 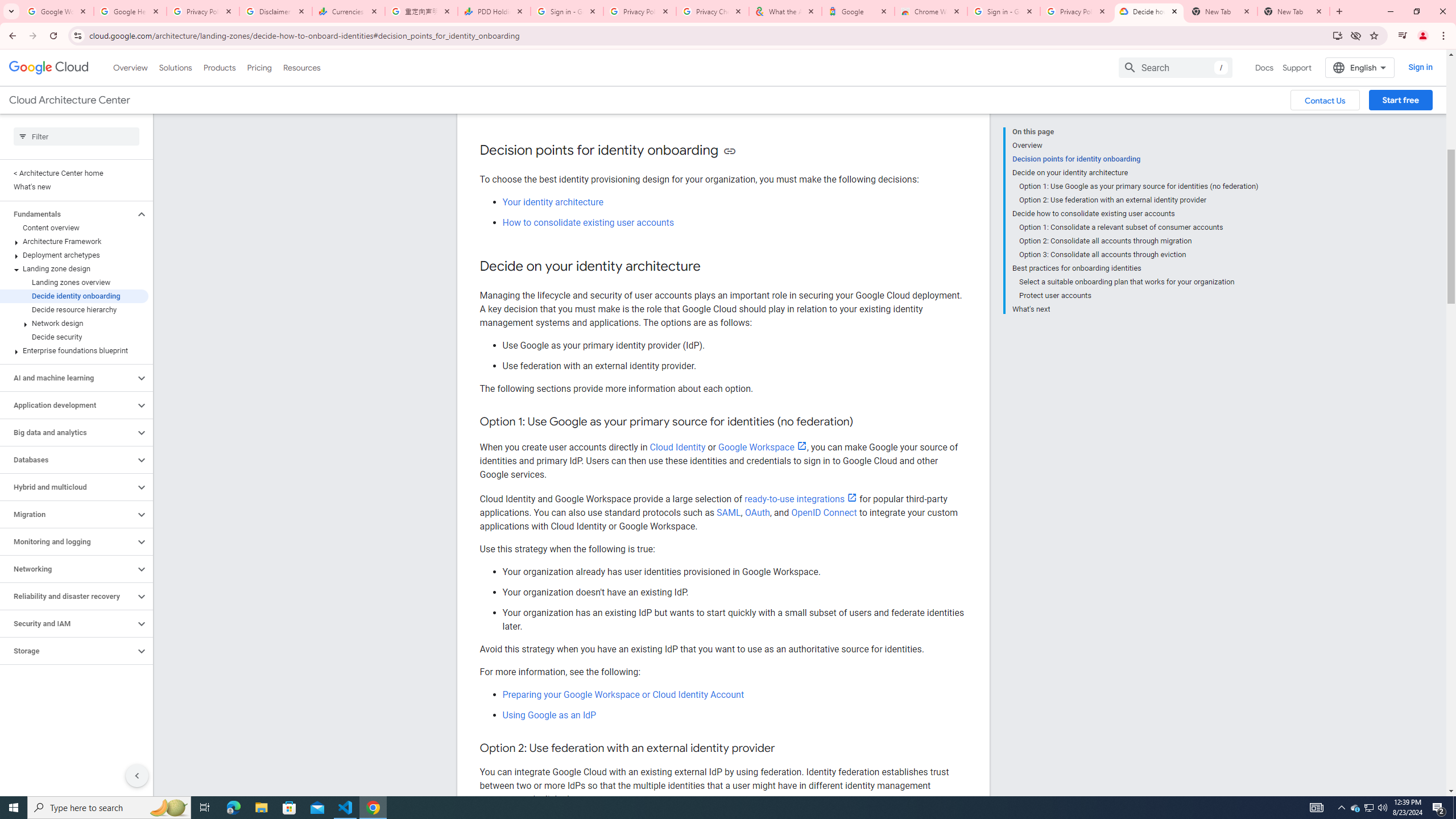 What do you see at coordinates (1138, 295) in the screenshot?
I see `'Protect user accounts'` at bounding box center [1138, 295].